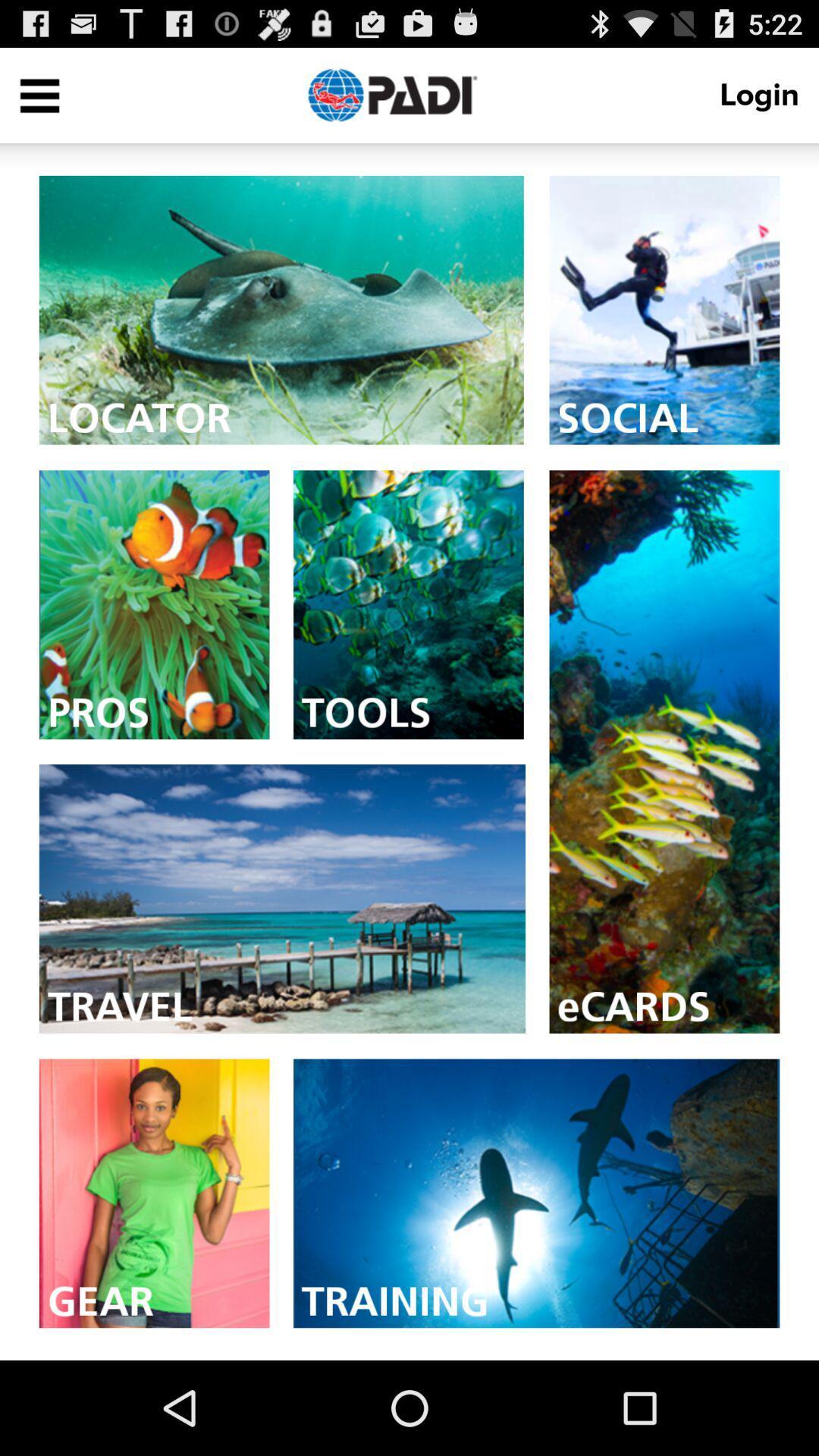  I want to click on access ecards, so click(664, 752).